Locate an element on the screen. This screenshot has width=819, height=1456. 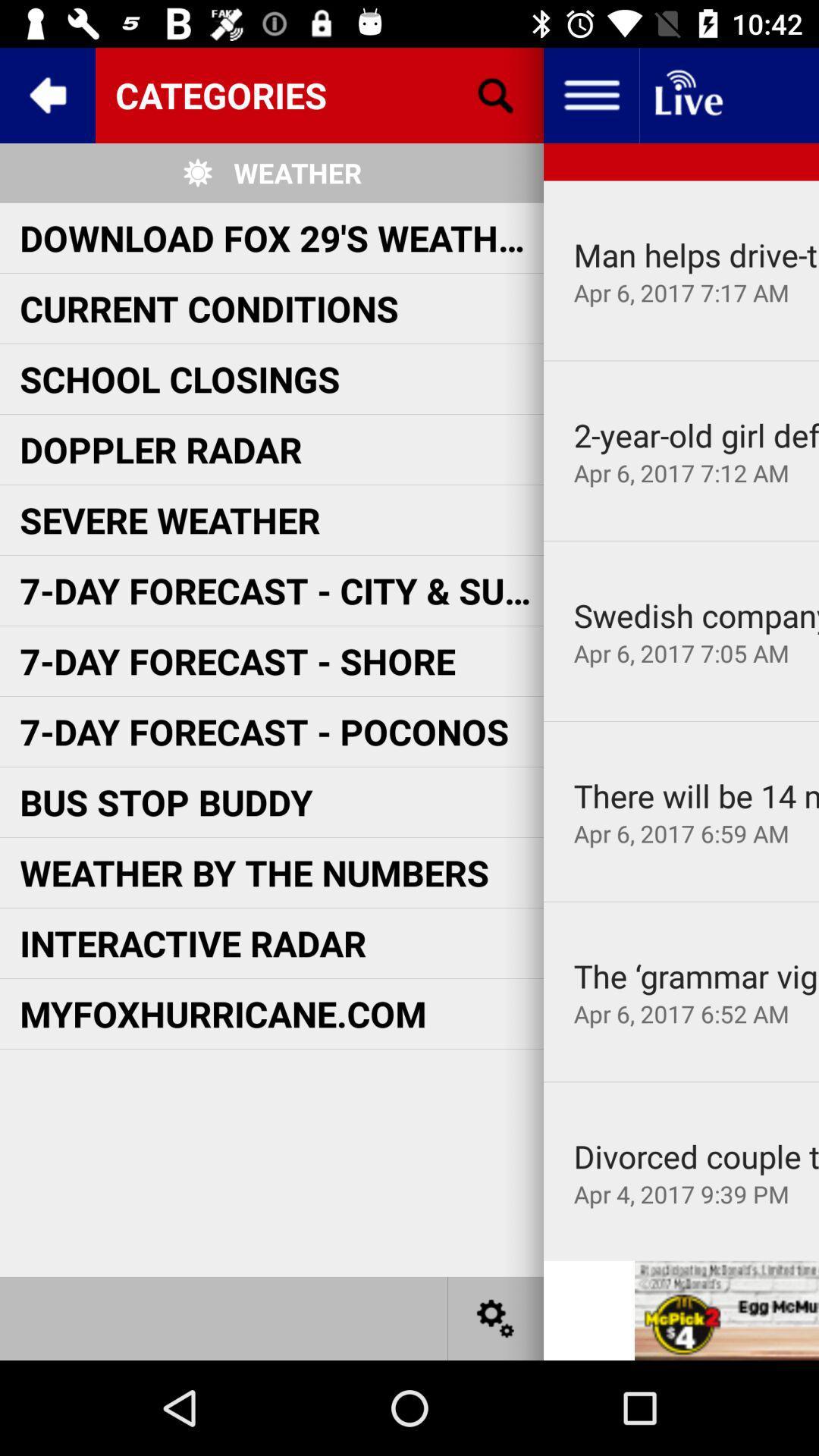
live broadcast is located at coordinates (687, 94).